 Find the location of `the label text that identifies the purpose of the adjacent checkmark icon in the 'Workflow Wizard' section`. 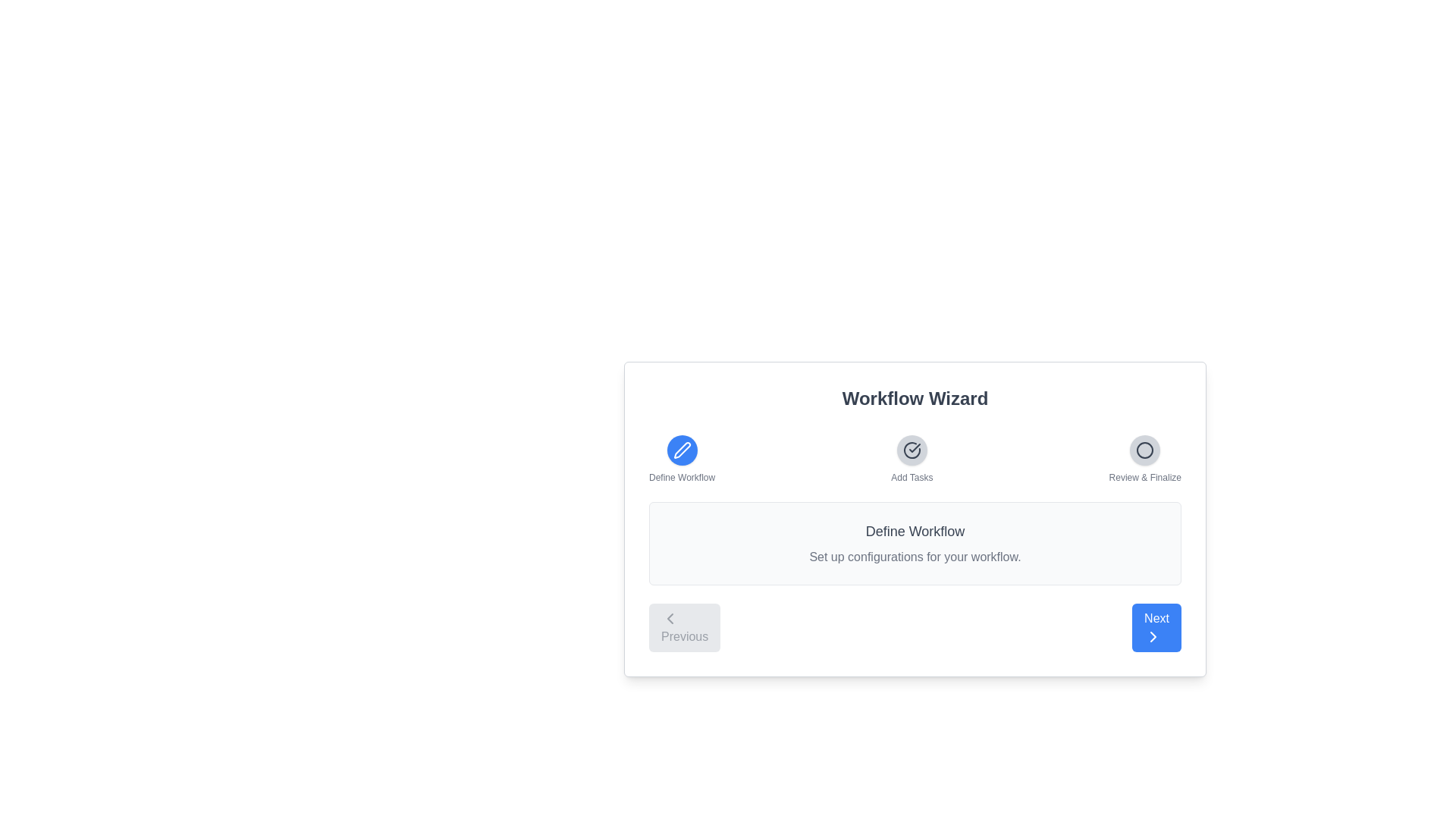

the label text that identifies the purpose of the adjacent checkmark icon in the 'Workflow Wizard' section is located at coordinates (911, 476).